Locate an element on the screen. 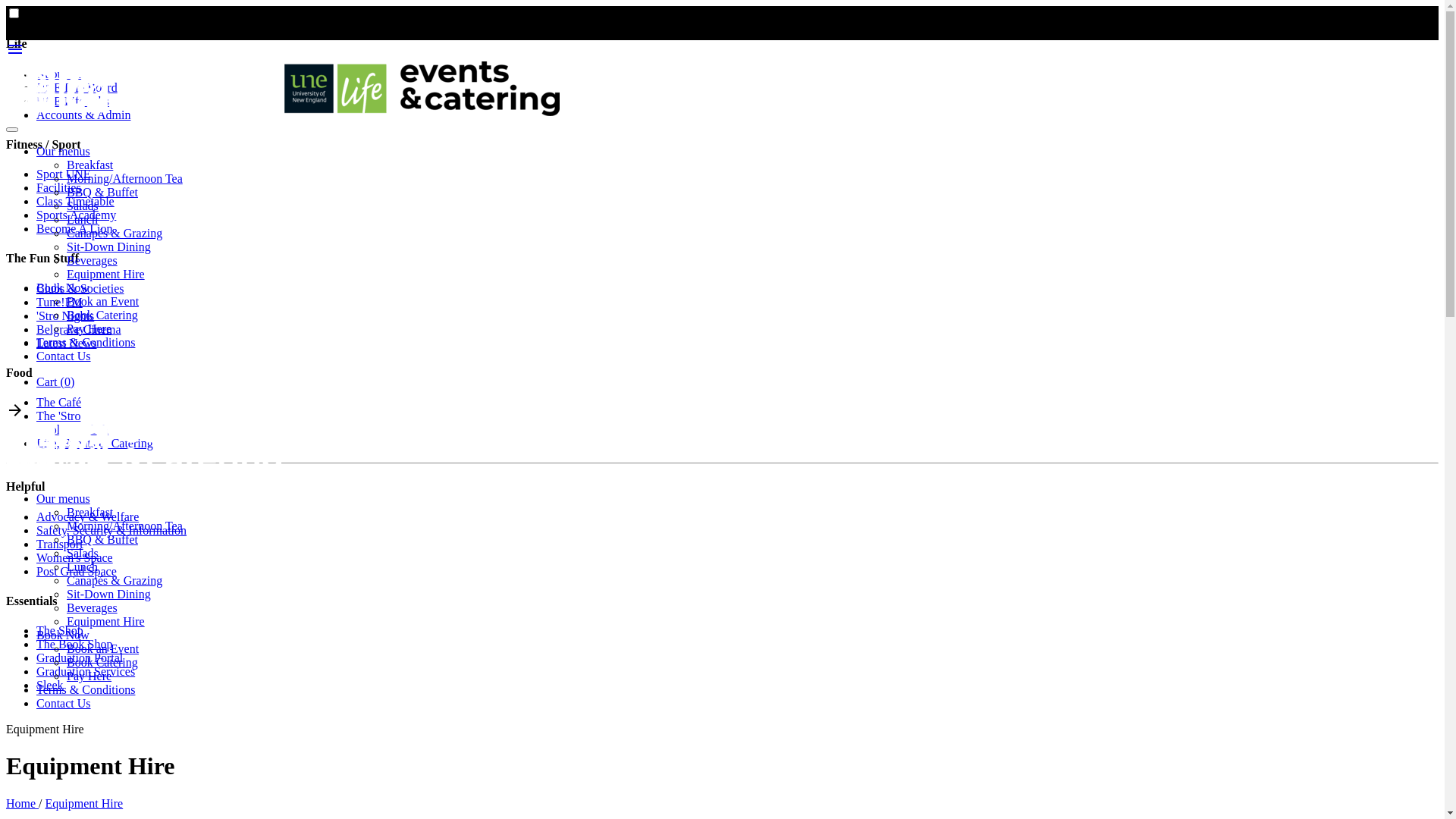  'Morning/Afternoon Tea' is located at coordinates (124, 525).